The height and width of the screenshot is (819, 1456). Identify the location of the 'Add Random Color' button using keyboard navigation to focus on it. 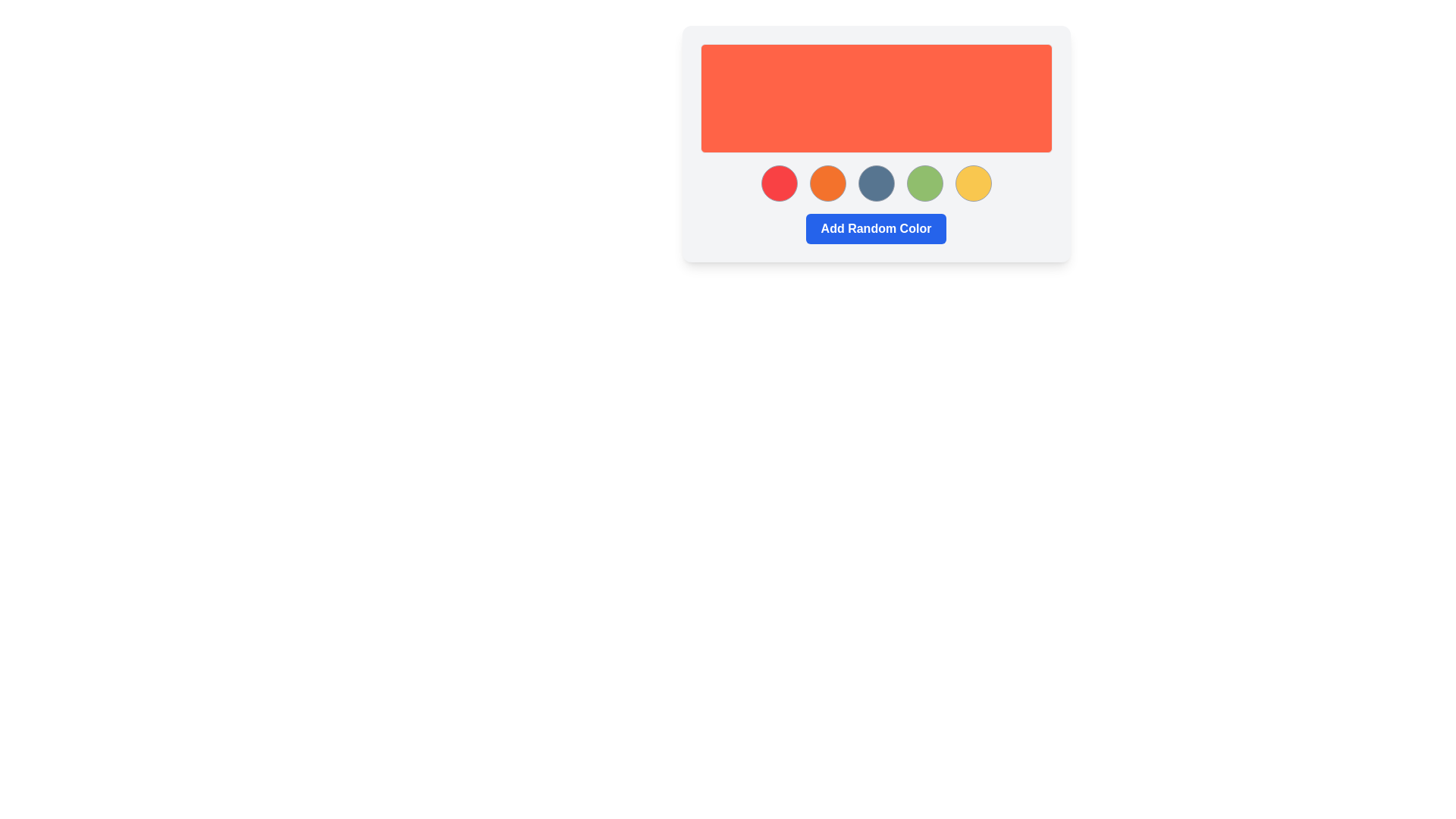
(876, 228).